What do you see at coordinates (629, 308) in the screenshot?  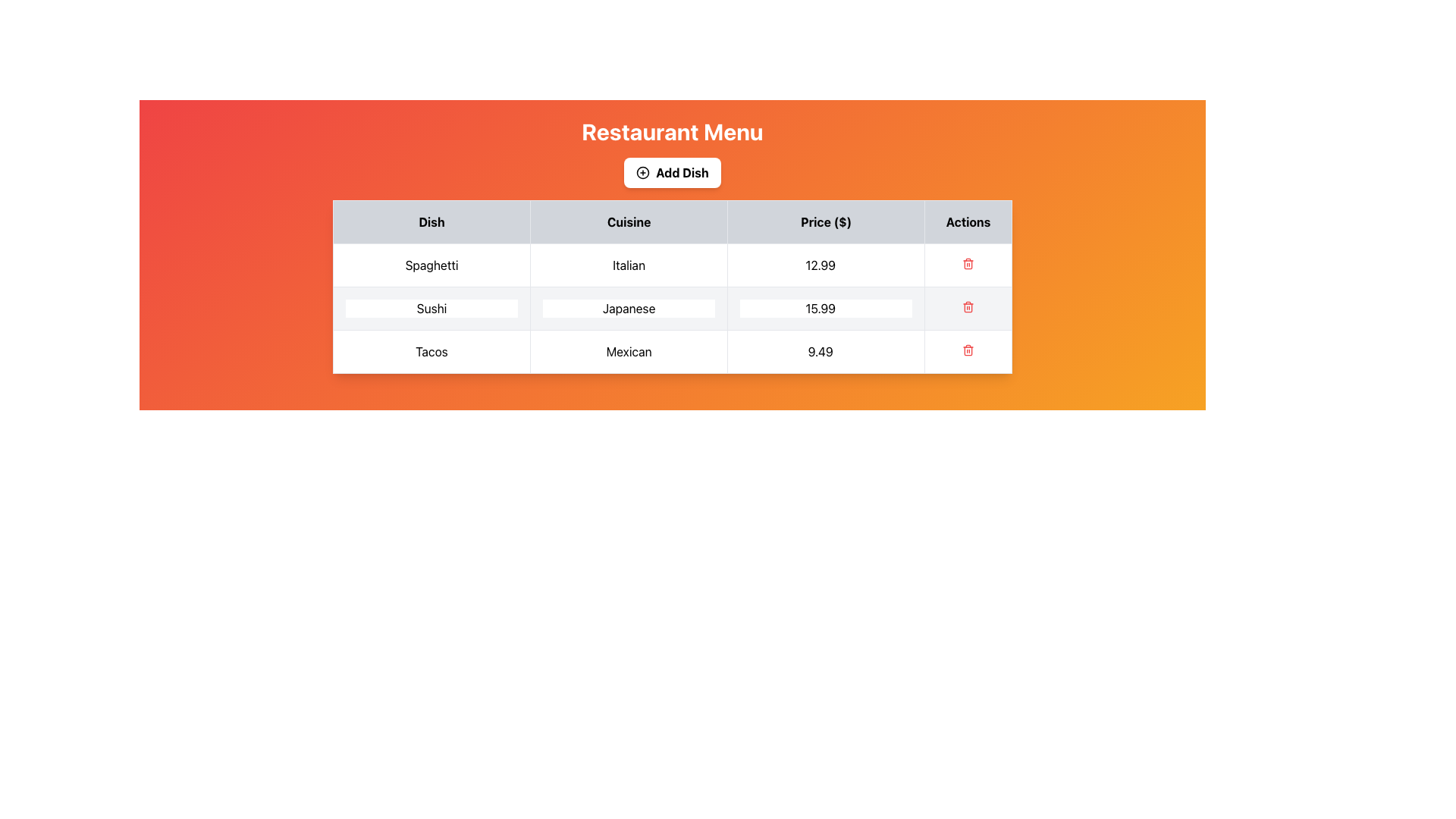 I see `the text input field for 'Cuisine' in the row labeled 'Sushi', which contains the value 'Japanese'` at bounding box center [629, 308].